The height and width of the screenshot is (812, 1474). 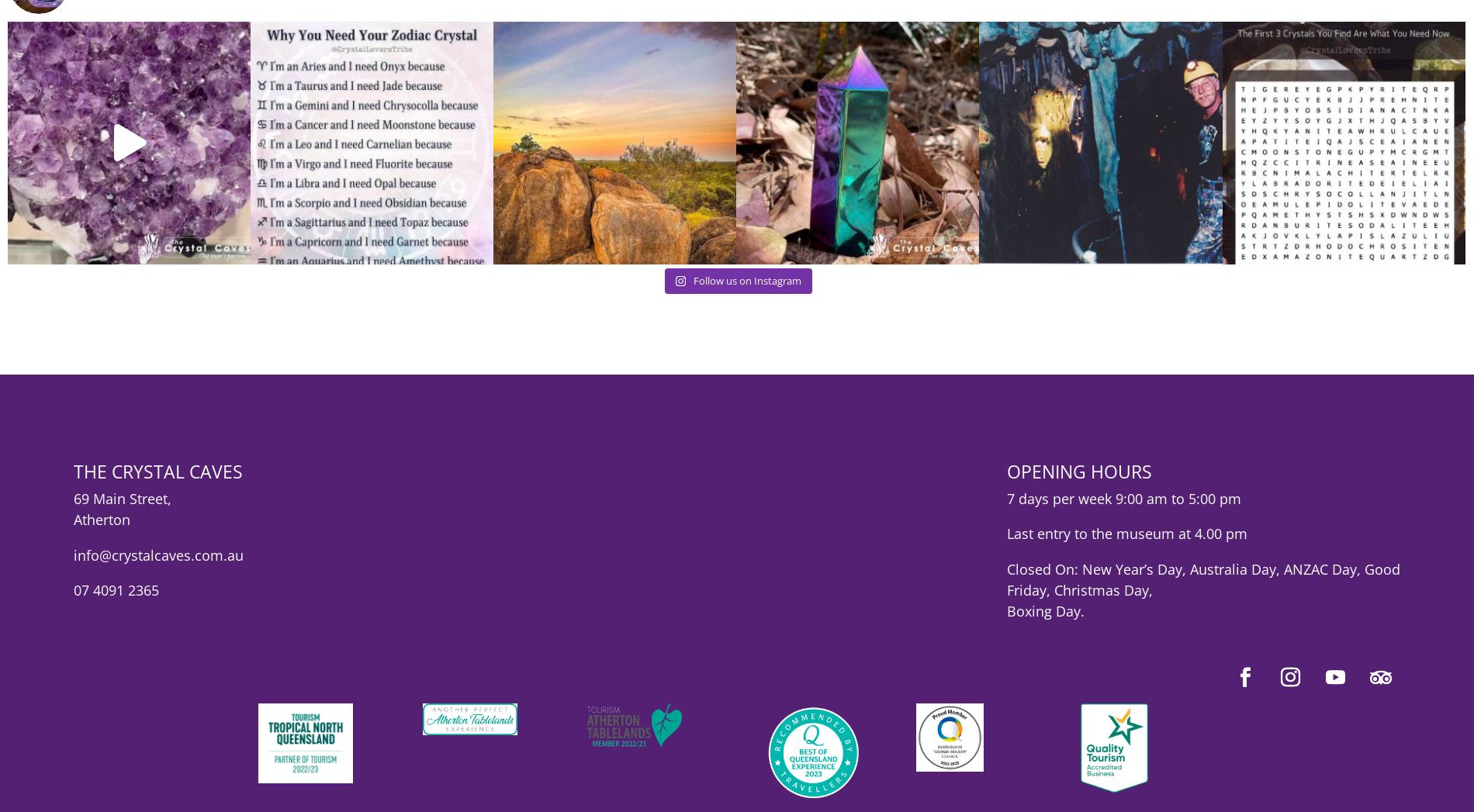 I want to click on '69 Main Street,', so click(x=123, y=510).